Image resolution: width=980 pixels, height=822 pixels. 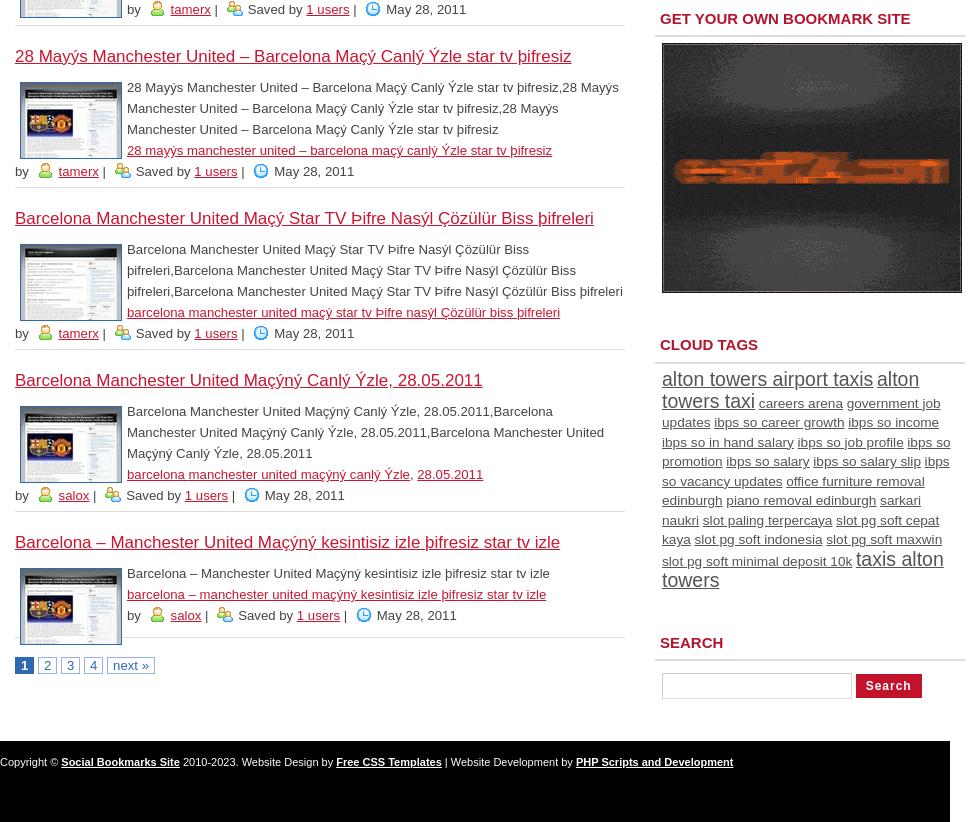 I want to click on '2', so click(x=47, y=664).